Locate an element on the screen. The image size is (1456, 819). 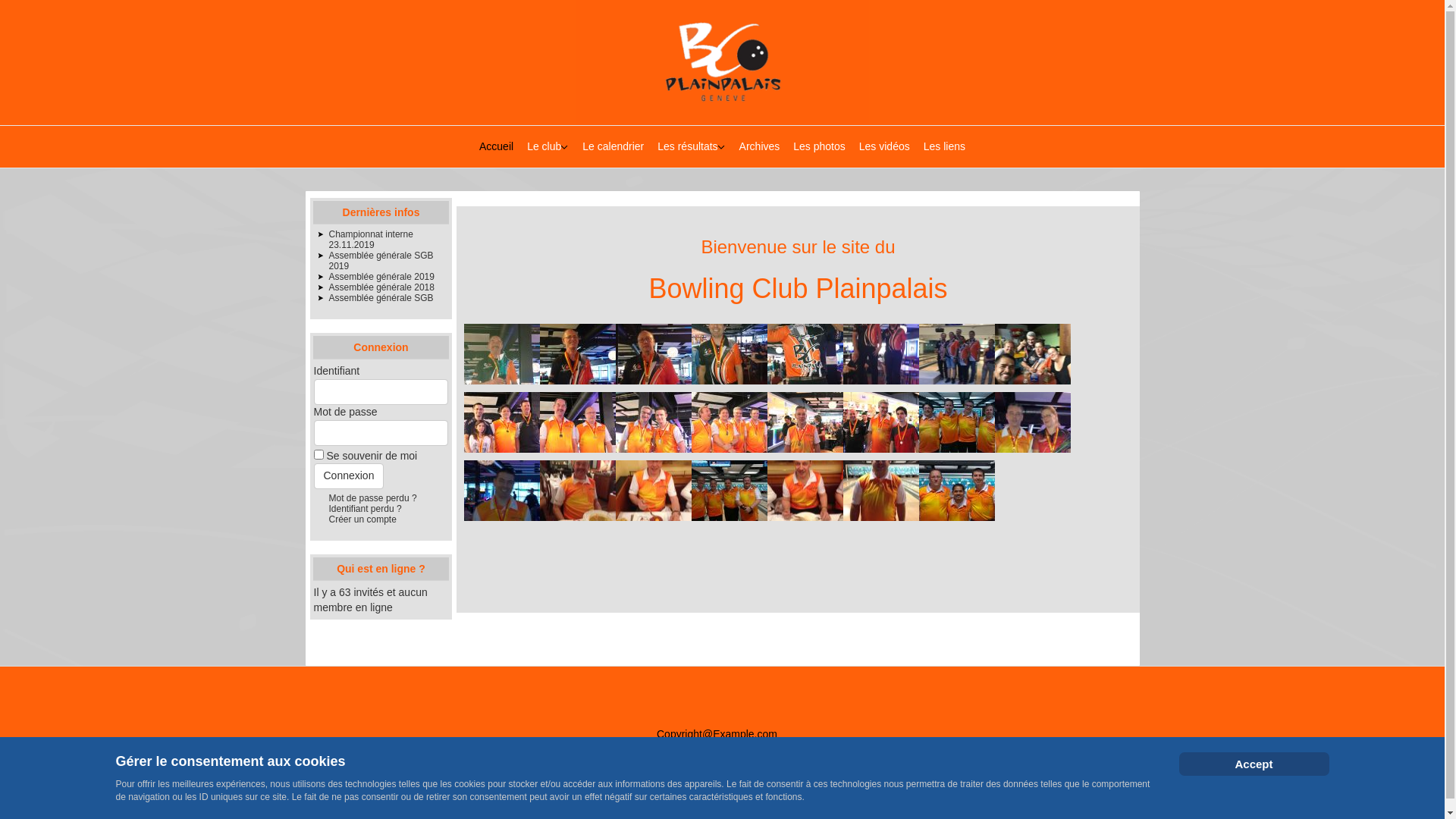
'Les photos' is located at coordinates (818, 146).